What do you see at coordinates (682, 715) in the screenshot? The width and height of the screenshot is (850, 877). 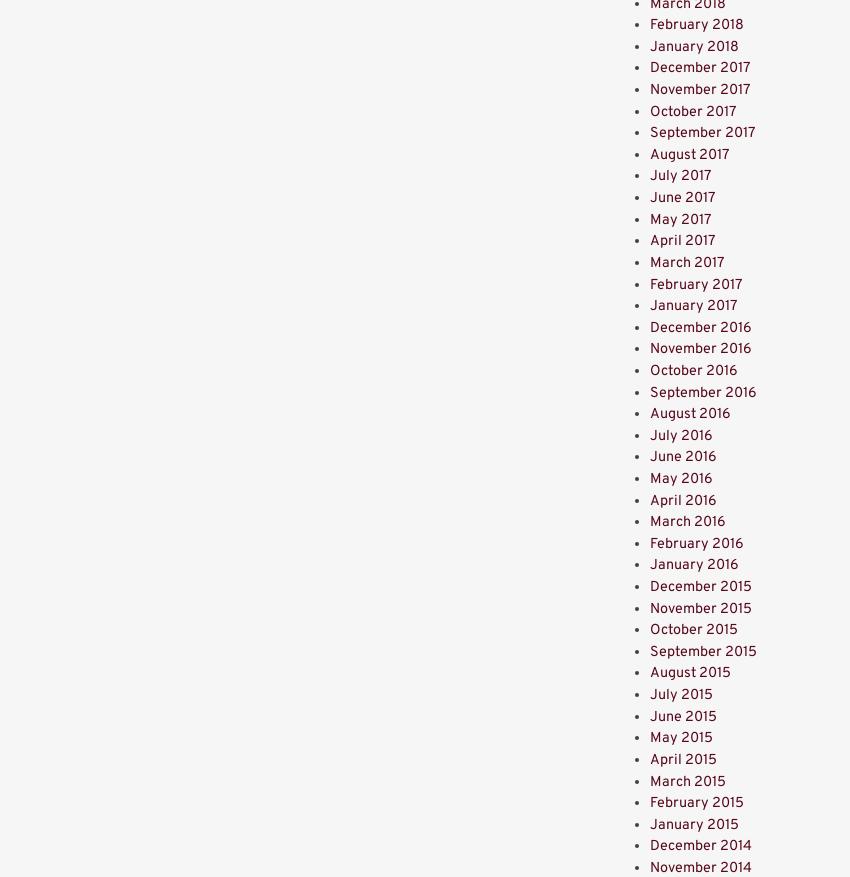 I see `'June 2015'` at bounding box center [682, 715].